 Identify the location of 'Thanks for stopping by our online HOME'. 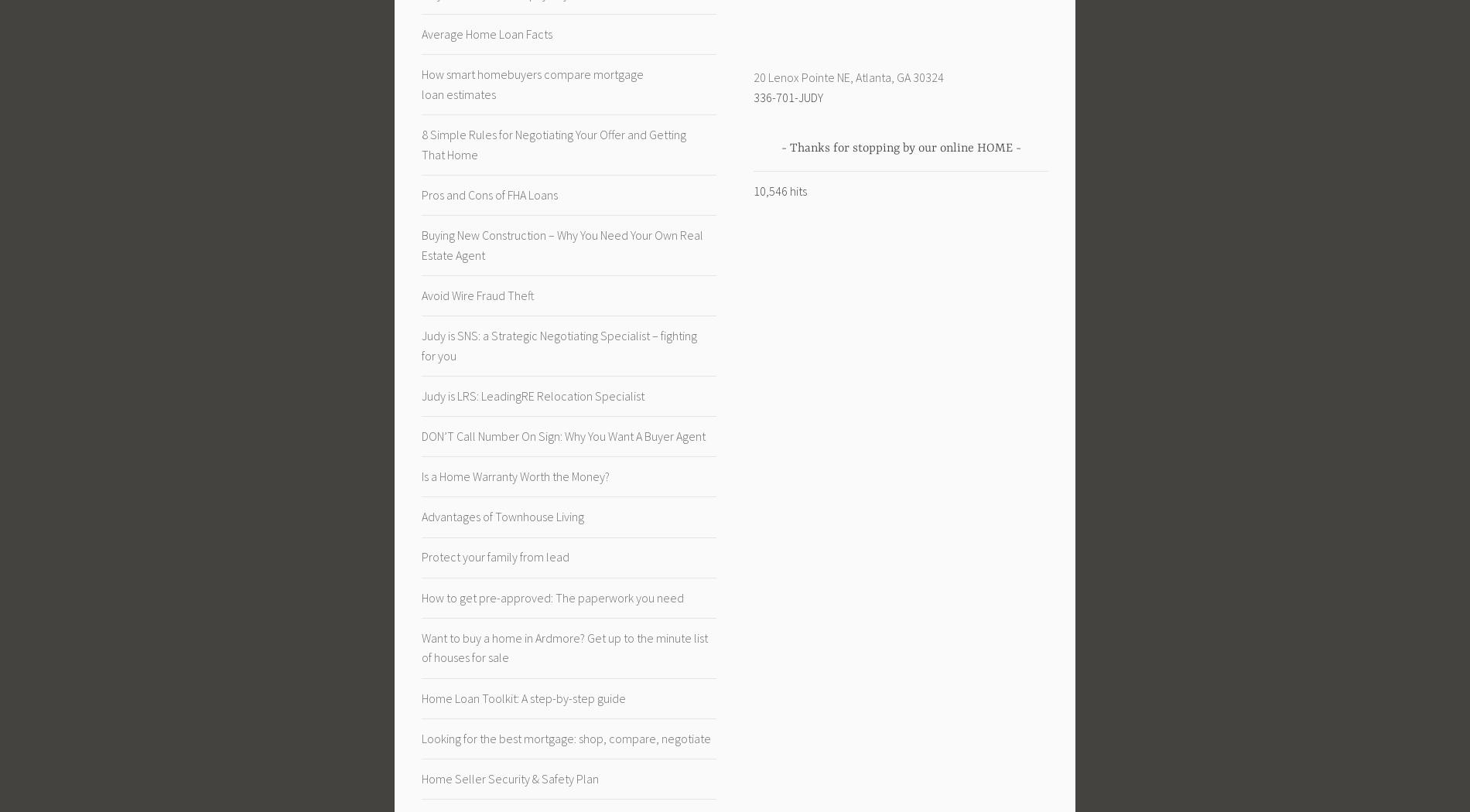
(900, 146).